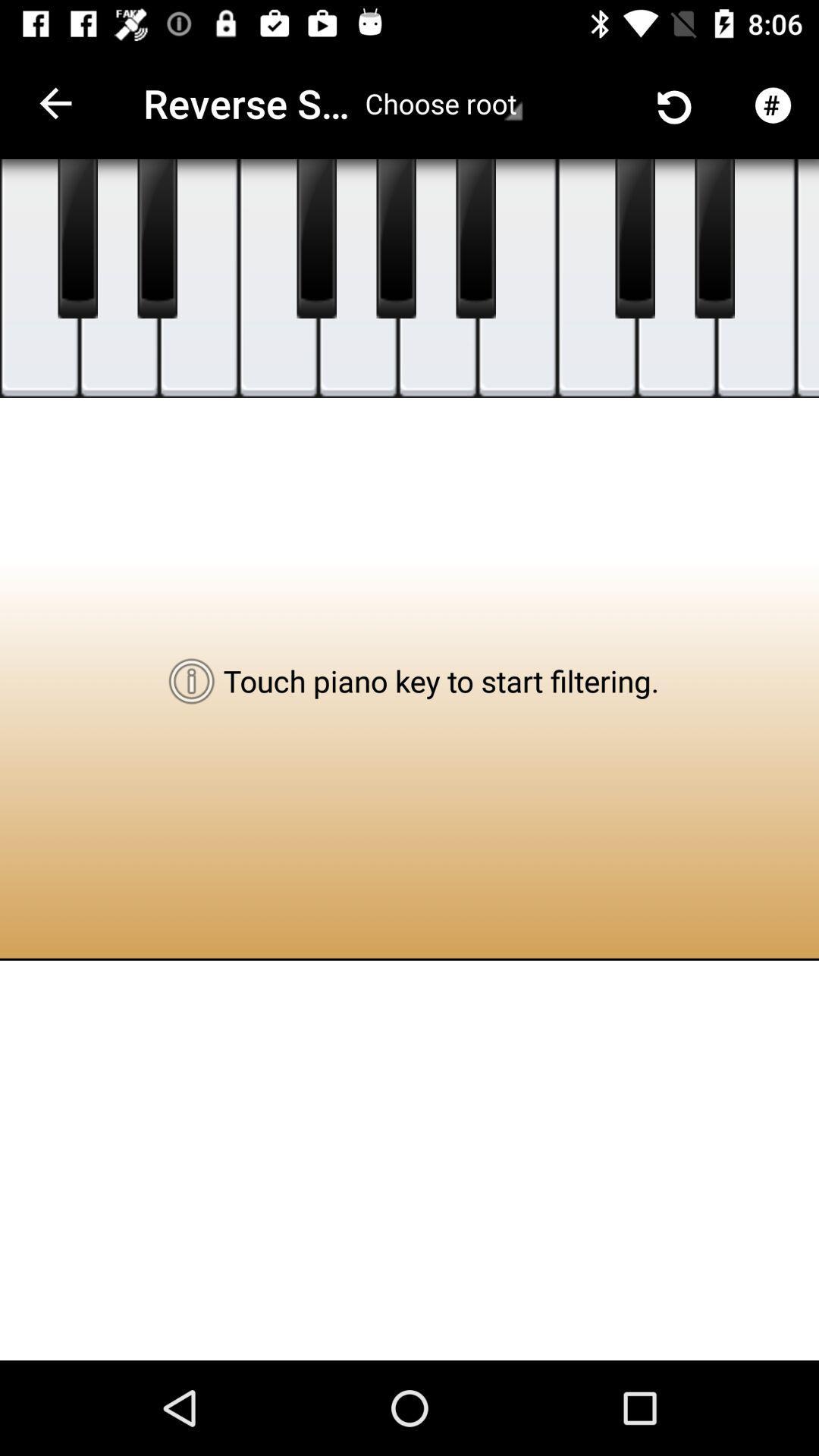  I want to click on f note, so click(278, 278).